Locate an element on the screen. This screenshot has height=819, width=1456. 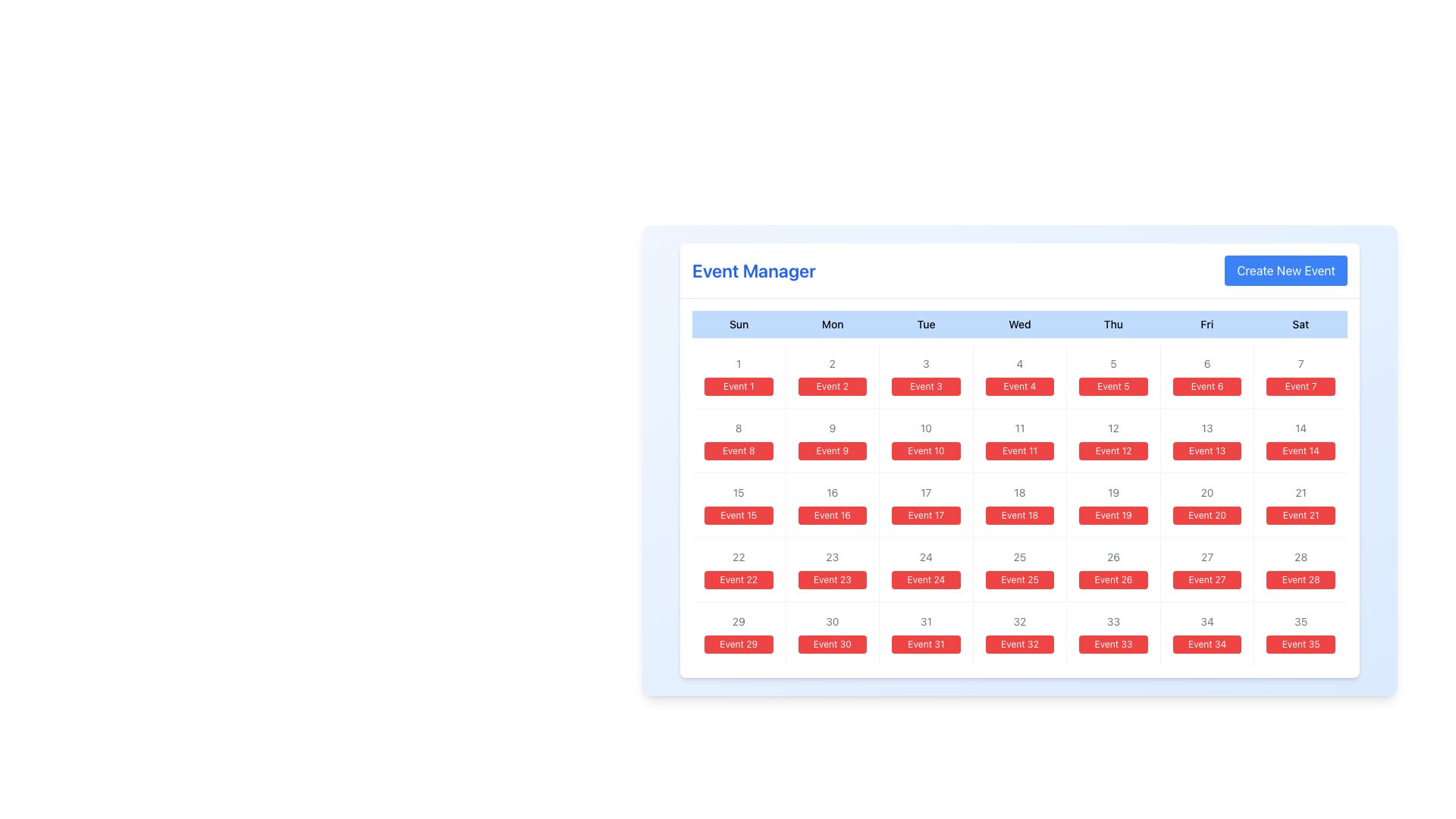
text of the button-like label with red background and white text reading 'Event 29', located at the bottom segment of the calendar tile for the date '29' is located at coordinates (739, 644).